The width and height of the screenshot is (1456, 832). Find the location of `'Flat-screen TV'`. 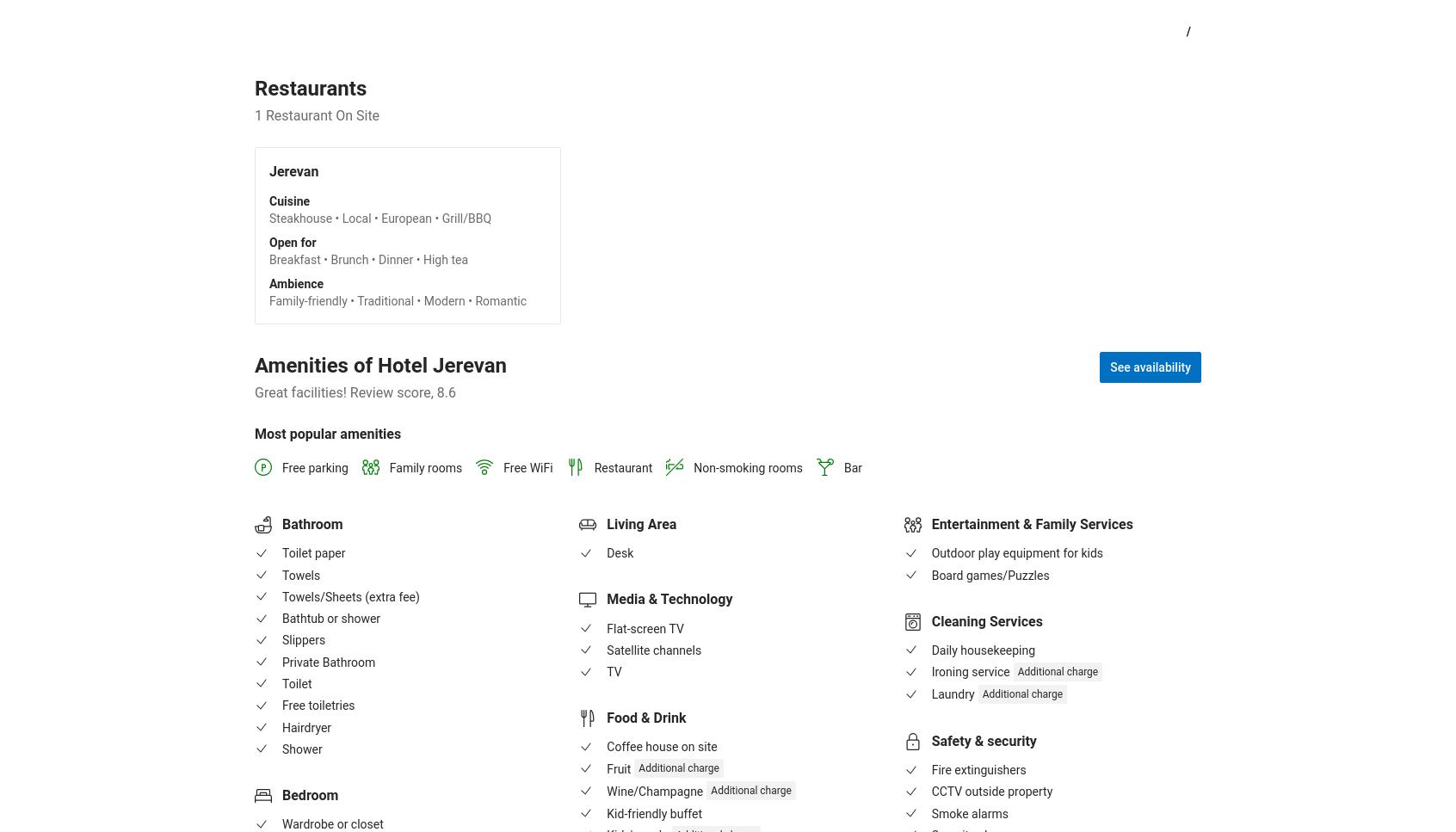

'Flat-screen TV' is located at coordinates (644, 626).